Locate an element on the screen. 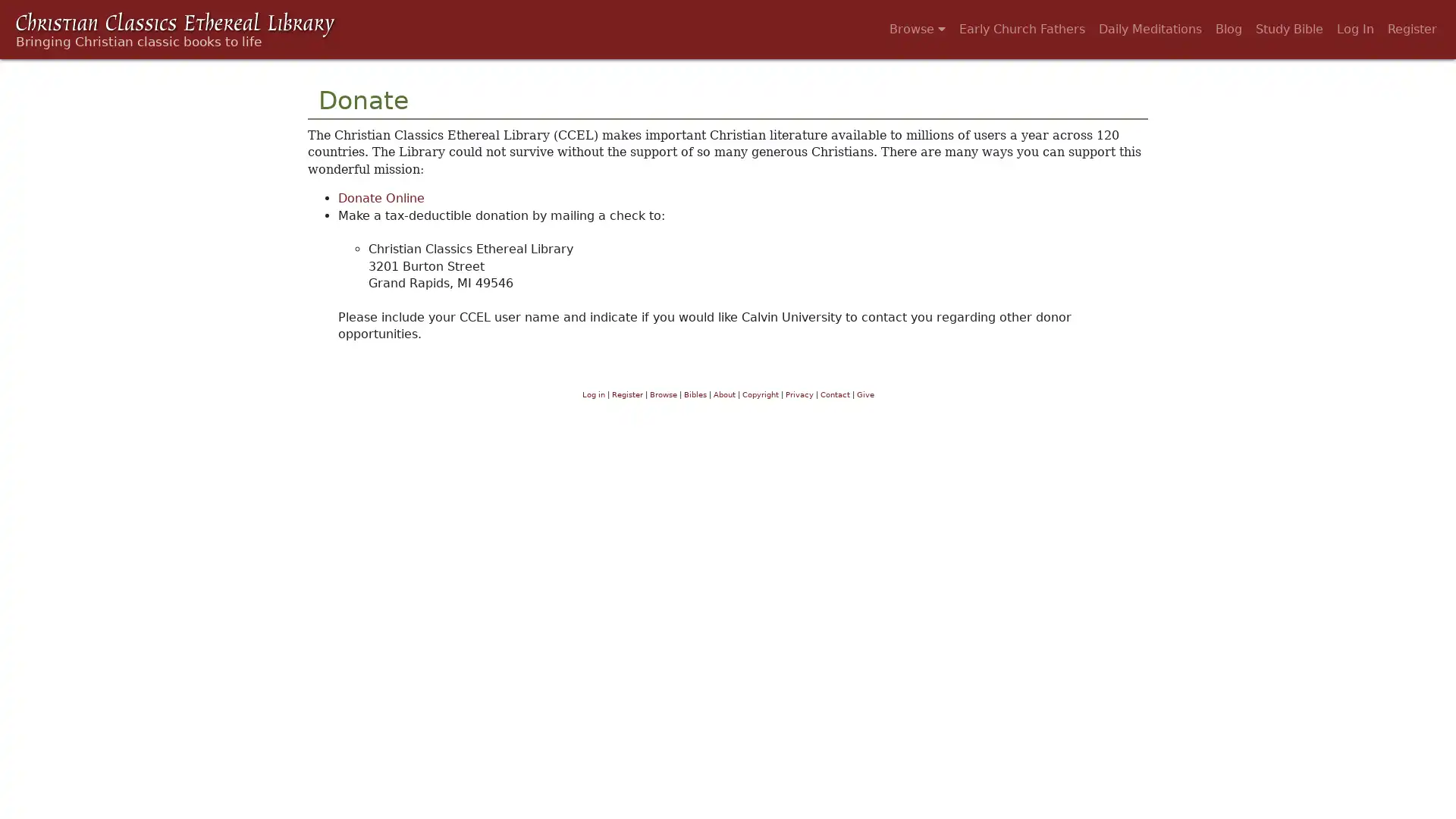  Daily Meditations is located at coordinates (1150, 29).